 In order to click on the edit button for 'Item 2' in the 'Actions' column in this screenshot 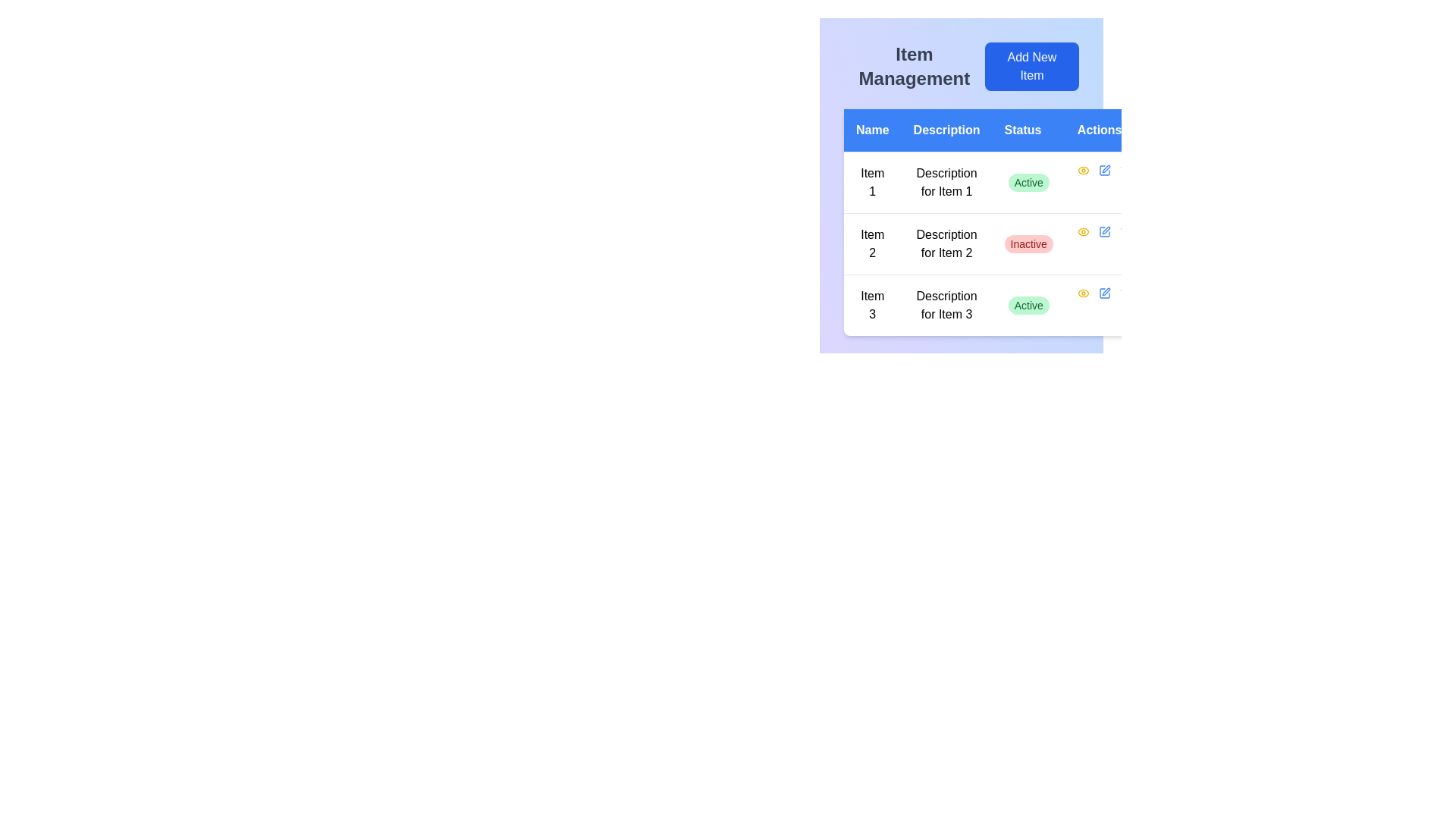, I will do `click(1104, 170)`.